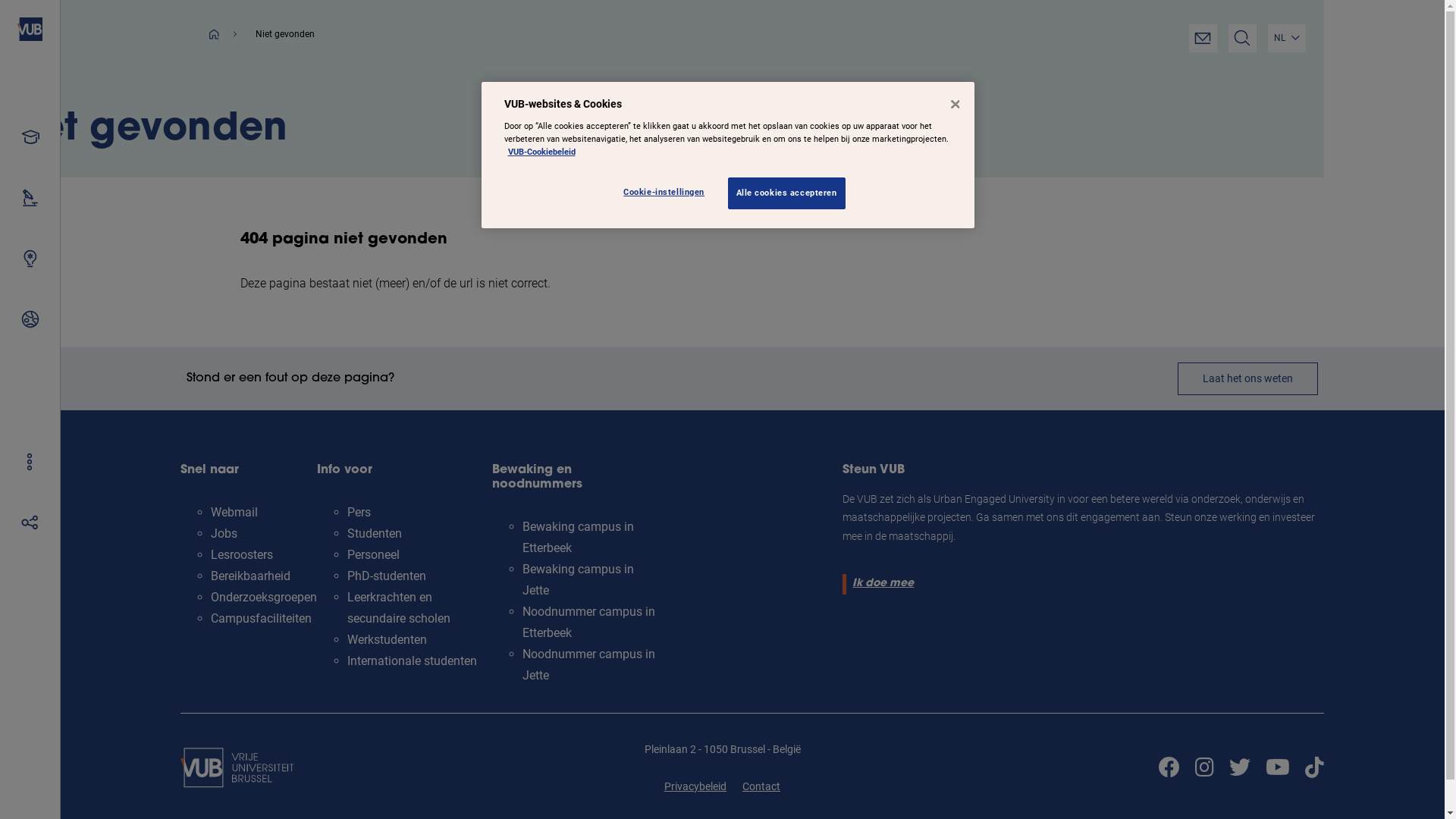 This screenshot has width=1456, height=819. I want to click on 'VUB-Cookiebeleid', so click(541, 152).